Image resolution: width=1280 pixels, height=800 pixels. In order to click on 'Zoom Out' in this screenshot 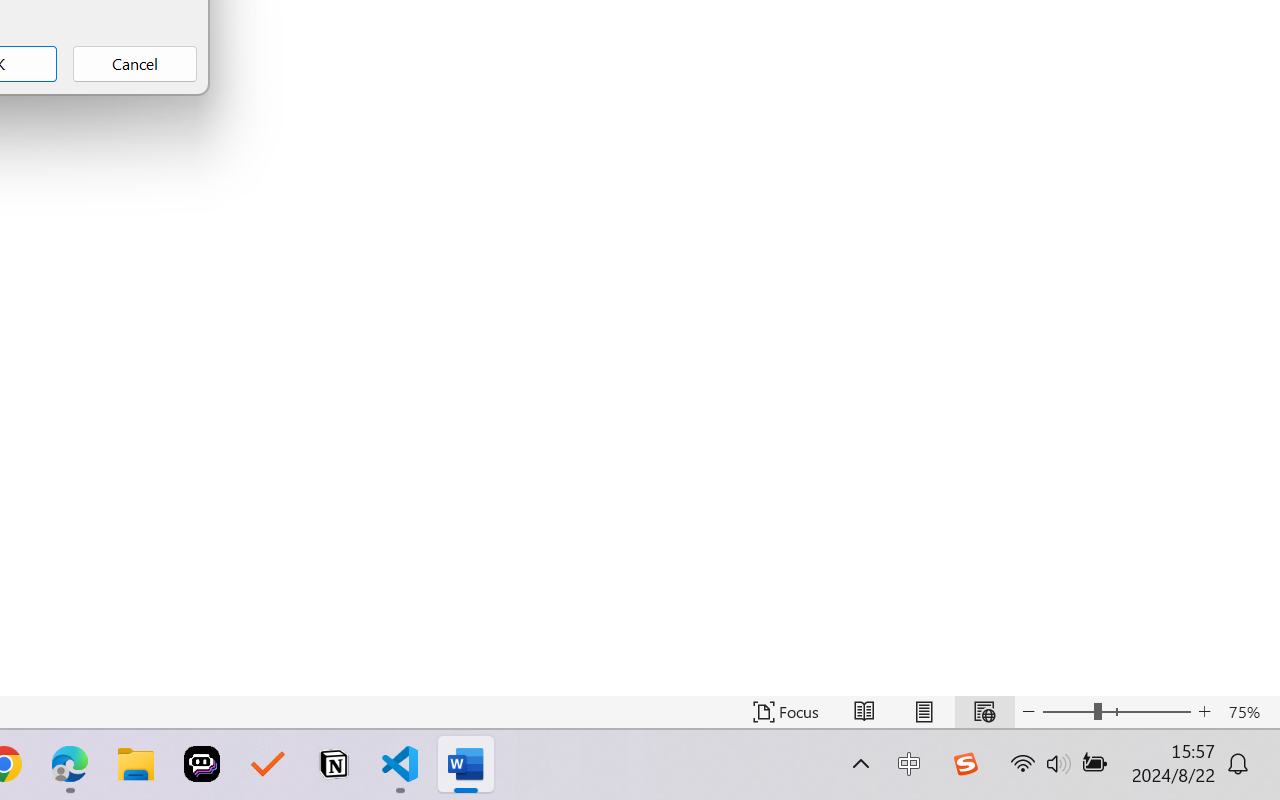, I will do `click(1067, 711)`.